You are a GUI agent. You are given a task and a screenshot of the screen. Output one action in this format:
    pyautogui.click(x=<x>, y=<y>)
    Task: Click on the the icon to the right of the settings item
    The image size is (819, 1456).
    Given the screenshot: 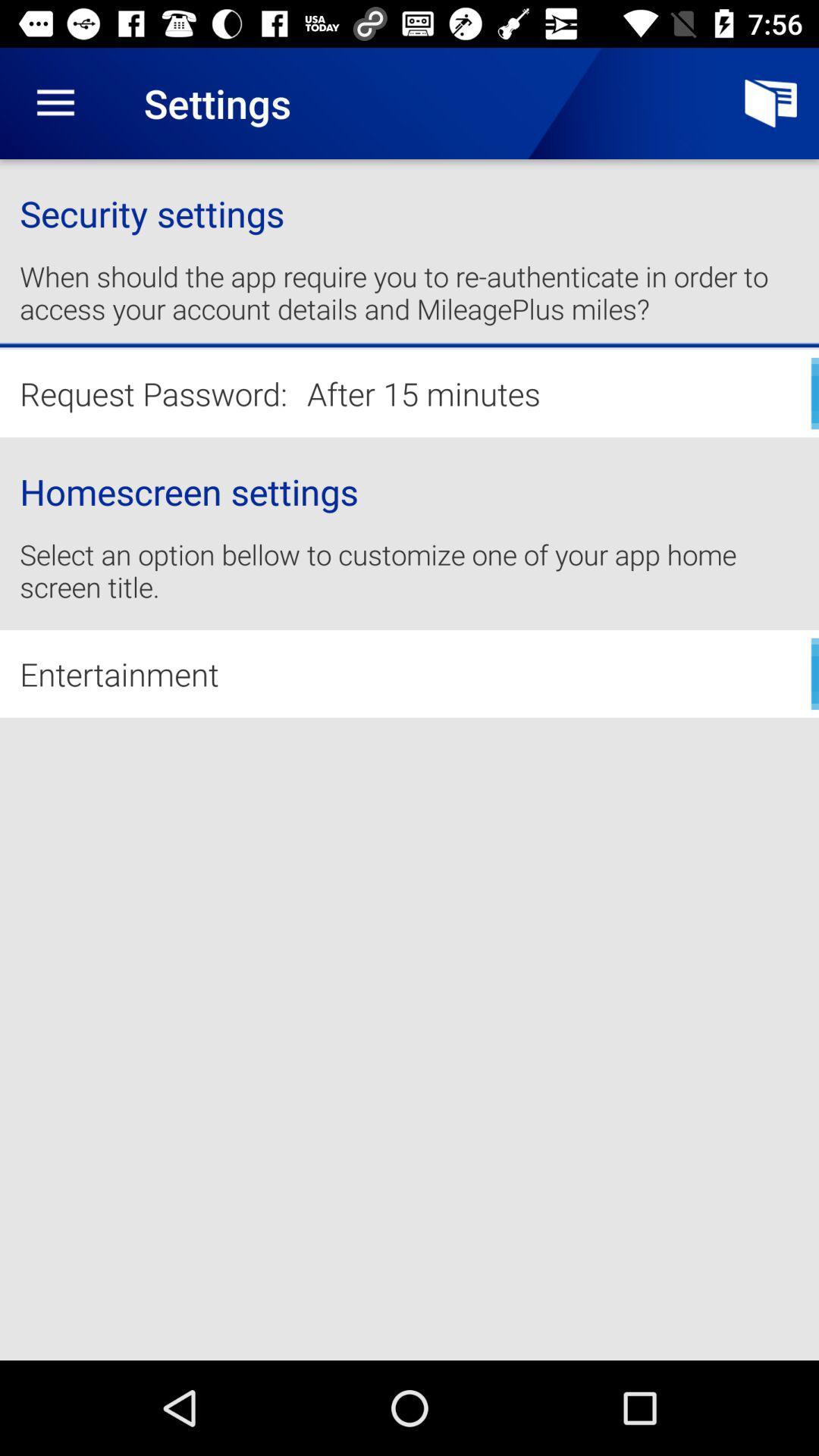 What is the action you would take?
    pyautogui.click(x=771, y=102)
    